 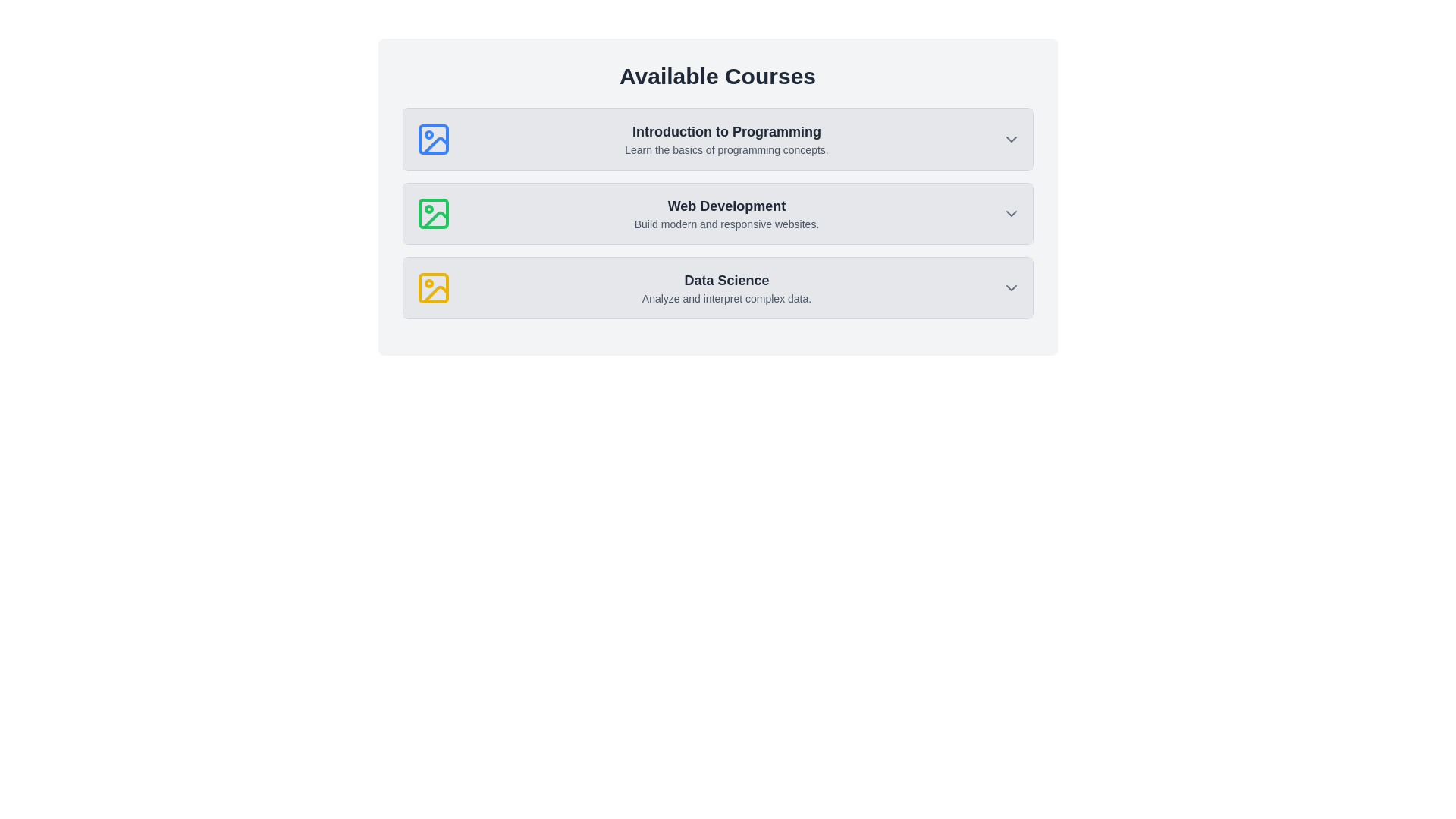 I want to click on the yellow outlined rounded rectangle element located within the bottom-most yellow-themed icon, positioned to the left of the 'Data Science' course title, so click(x=432, y=288).